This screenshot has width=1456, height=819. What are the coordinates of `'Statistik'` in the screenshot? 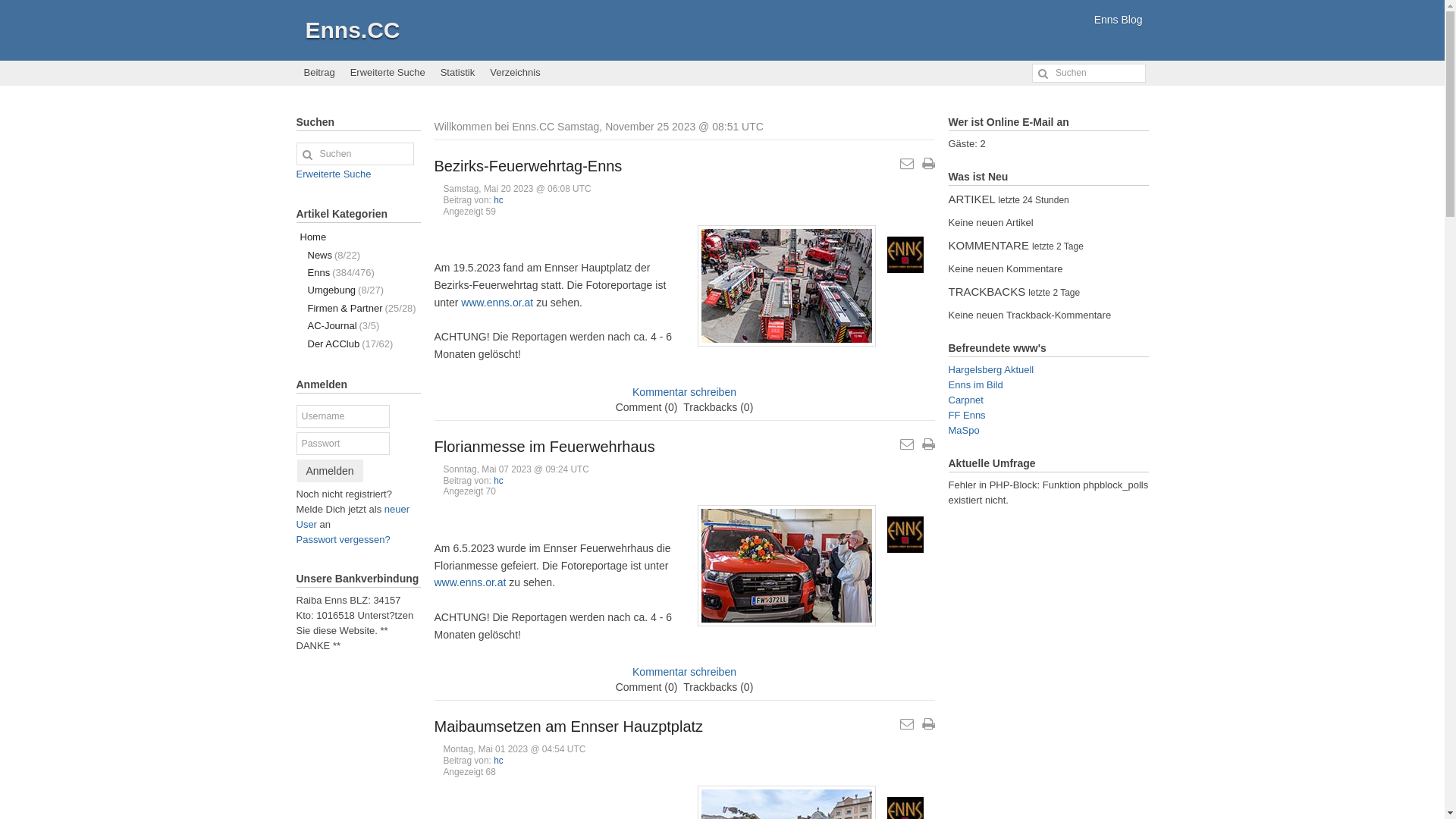 It's located at (457, 73).